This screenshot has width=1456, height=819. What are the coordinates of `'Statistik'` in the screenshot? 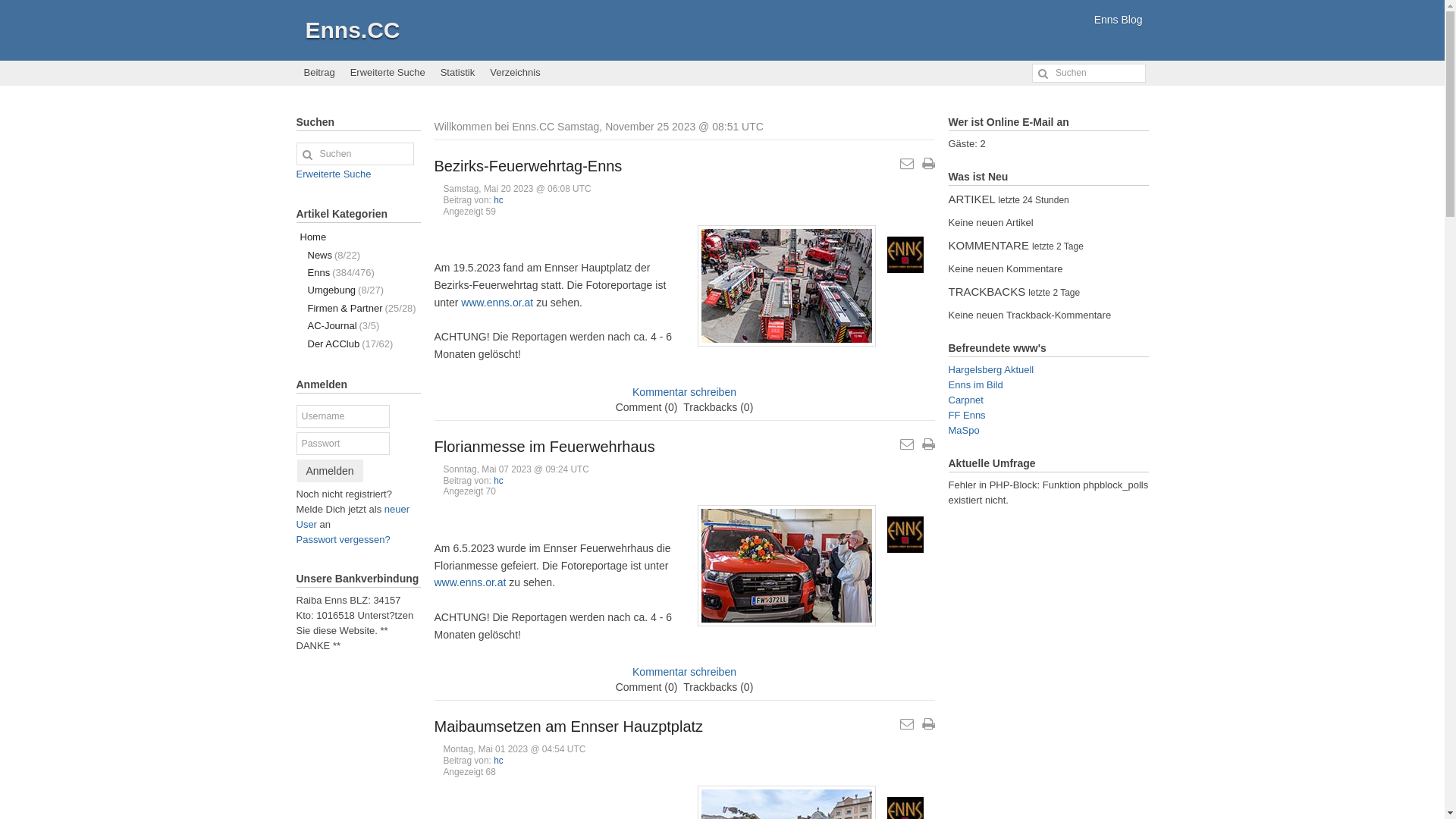 It's located at (457, 73).